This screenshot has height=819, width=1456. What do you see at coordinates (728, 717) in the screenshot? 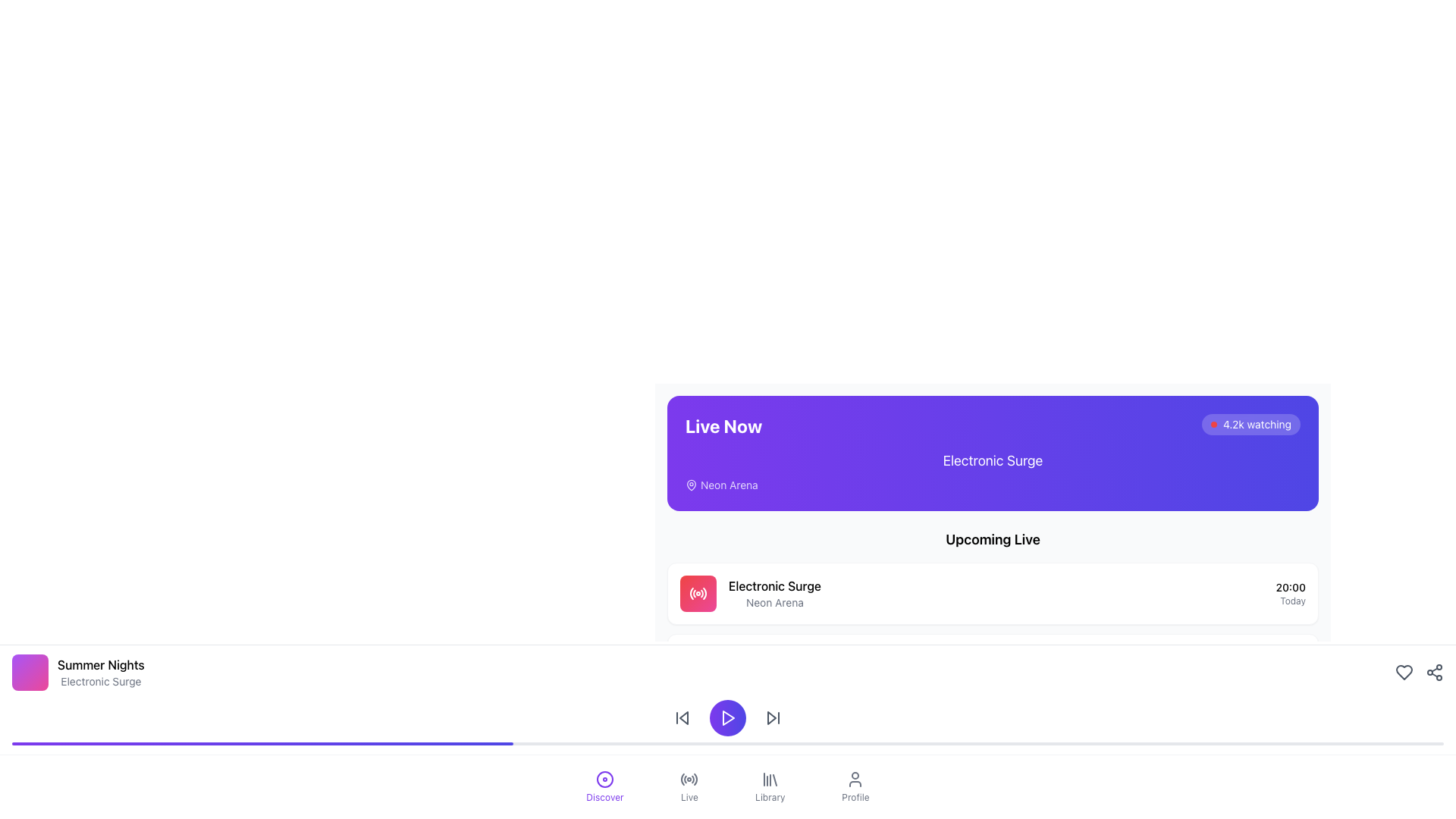
I see `the circular button with a gradient background transitioning from violet to indigo that contains a white play icon to play media` at bounding box center [728, 717].